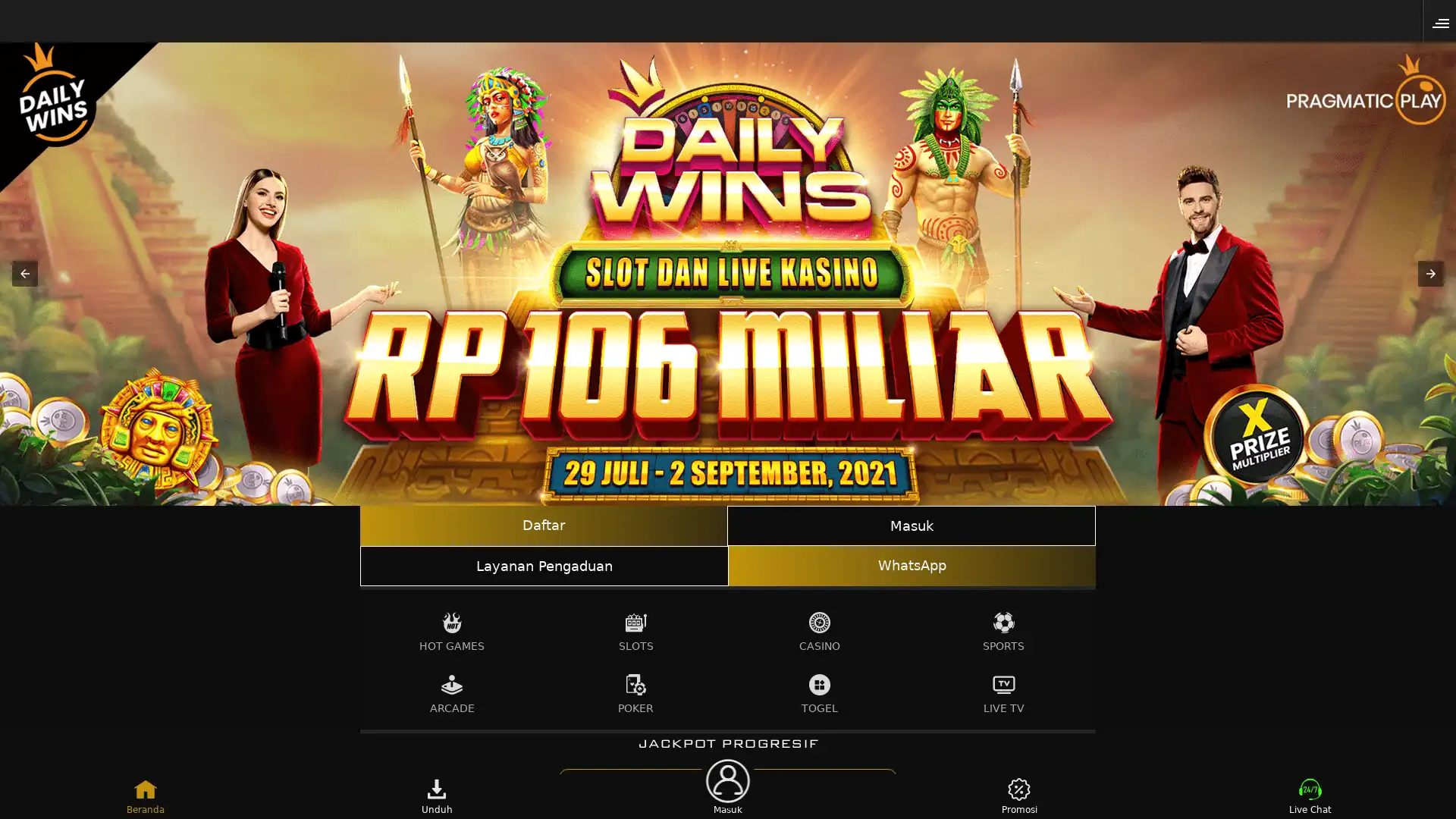 The width and height of the screenshot is (1456, 819). I want to click on Next item in carousel (3 of 3), so click(1429, 271).